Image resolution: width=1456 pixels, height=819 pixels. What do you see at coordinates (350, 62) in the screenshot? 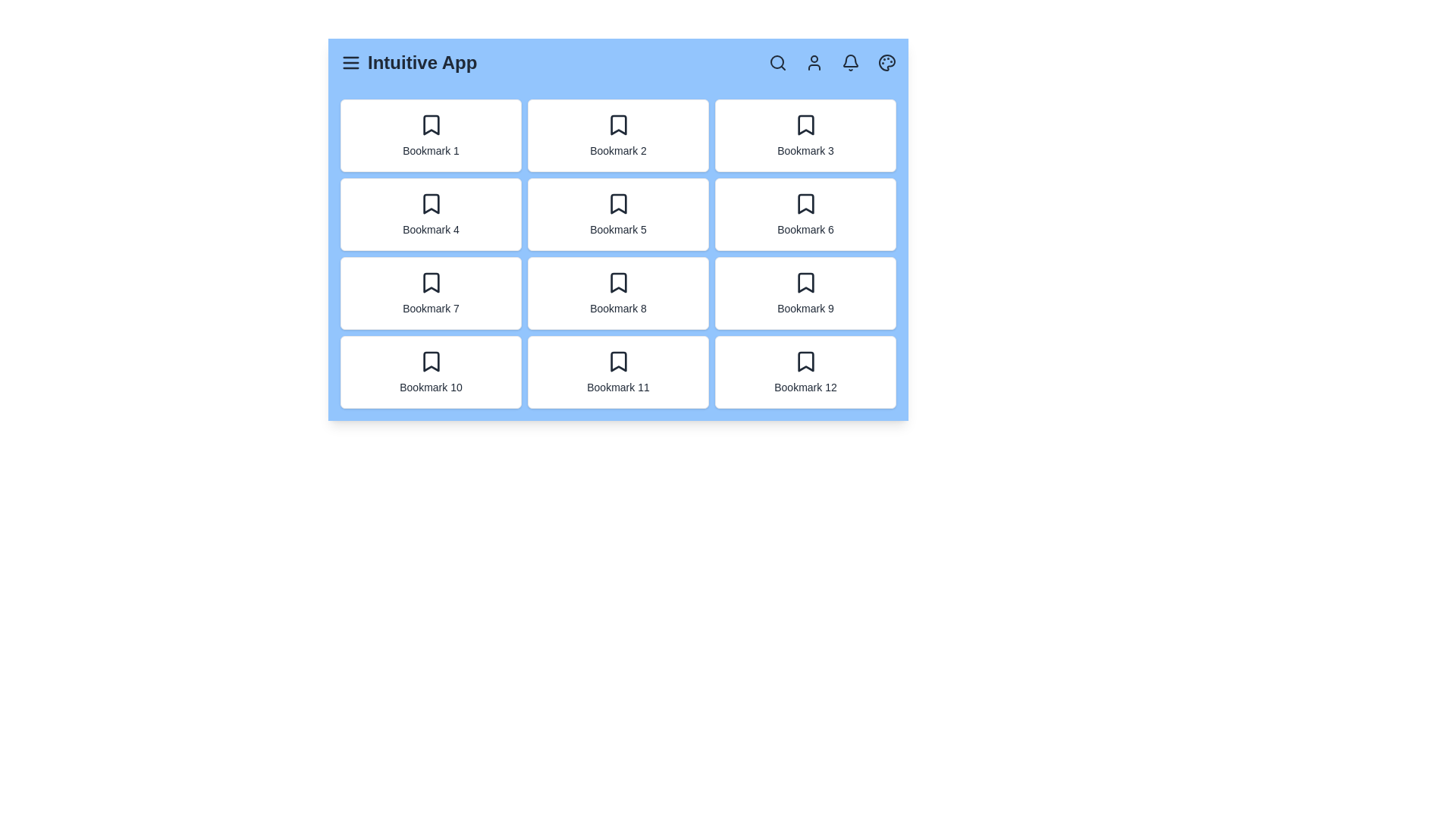
I see `the menu icon to reveal options` at bounding box center [350, 62].